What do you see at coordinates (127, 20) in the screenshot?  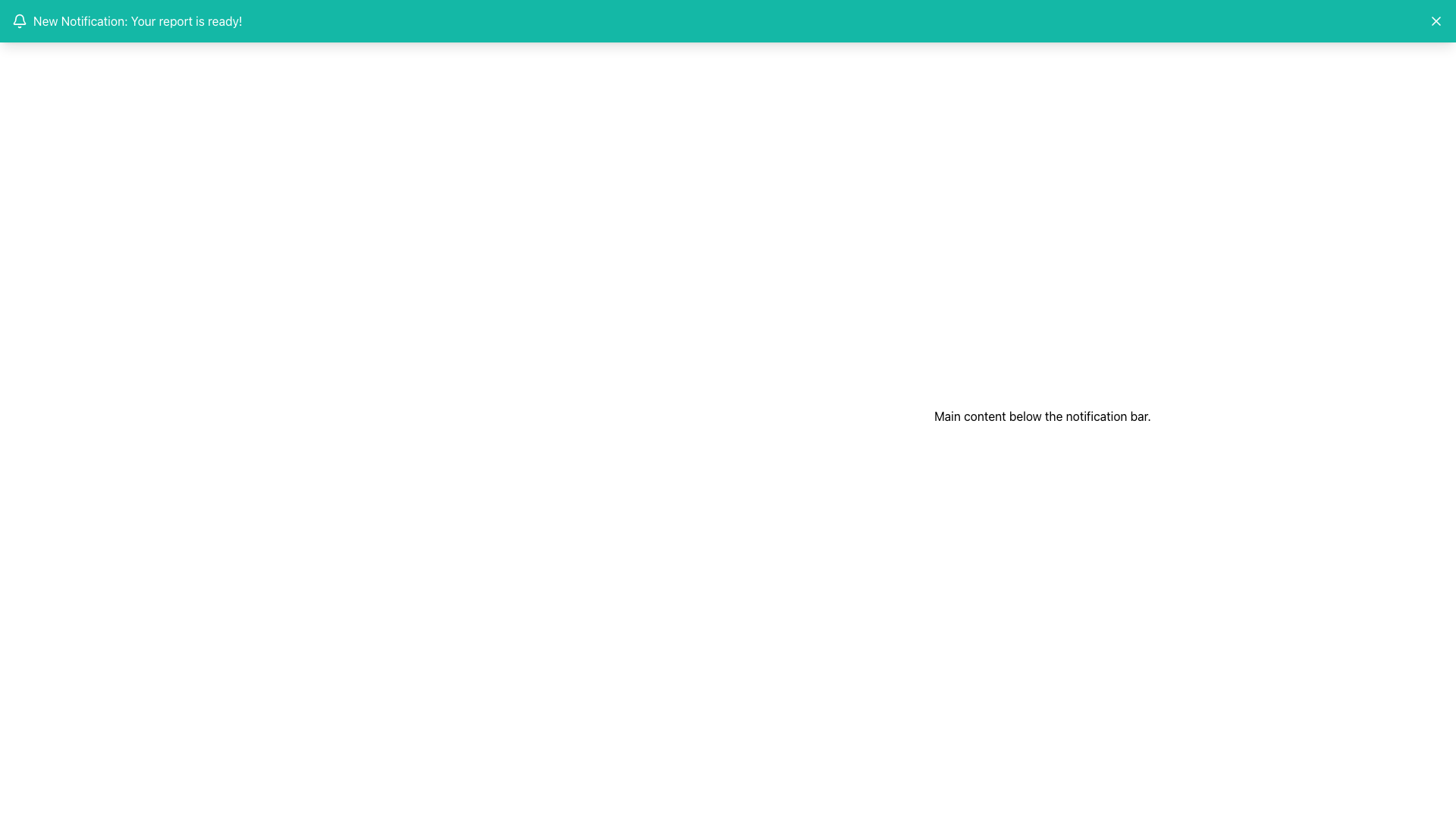 I see `the first notification message located in the fixed top banner at the top-left corner of the page` at bounding box center [127, 20].